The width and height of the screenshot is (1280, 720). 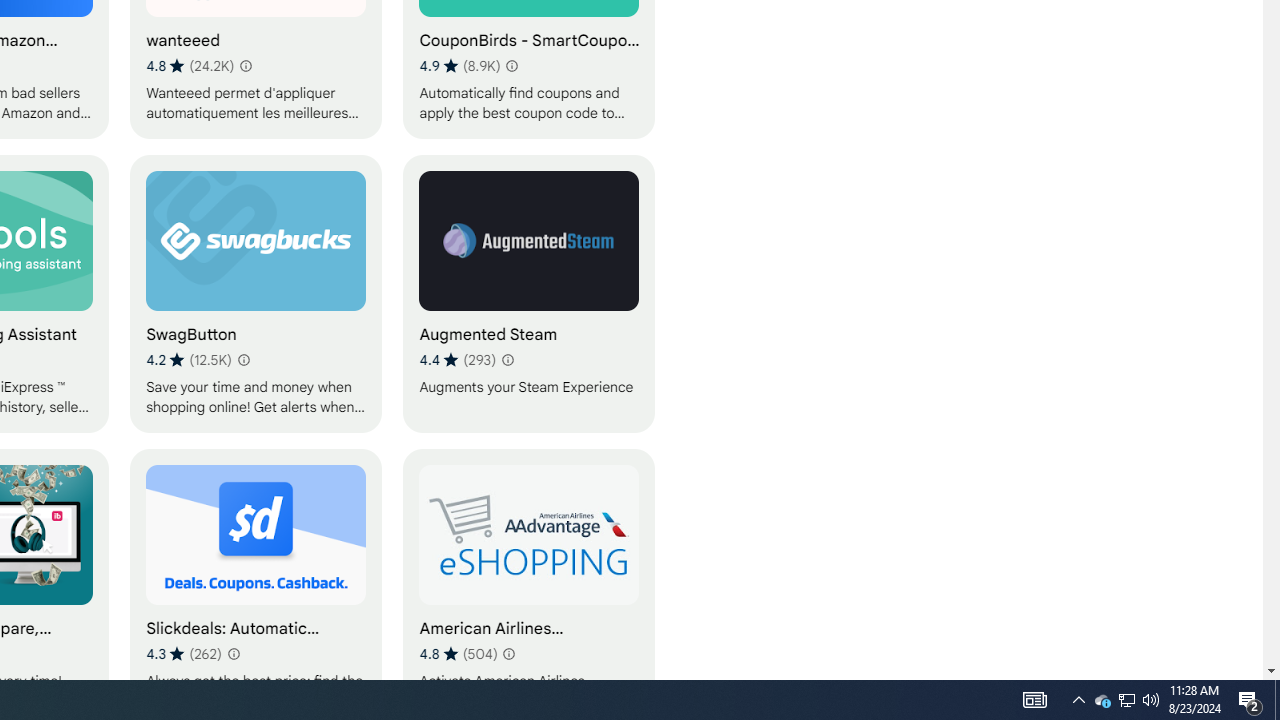 What do you see at coordinates (188, 360) in the screenshot?
I see `'Average rating 4.2 out of 5 stars. 12.5K ratings.'` at bounding box center [188, 360].